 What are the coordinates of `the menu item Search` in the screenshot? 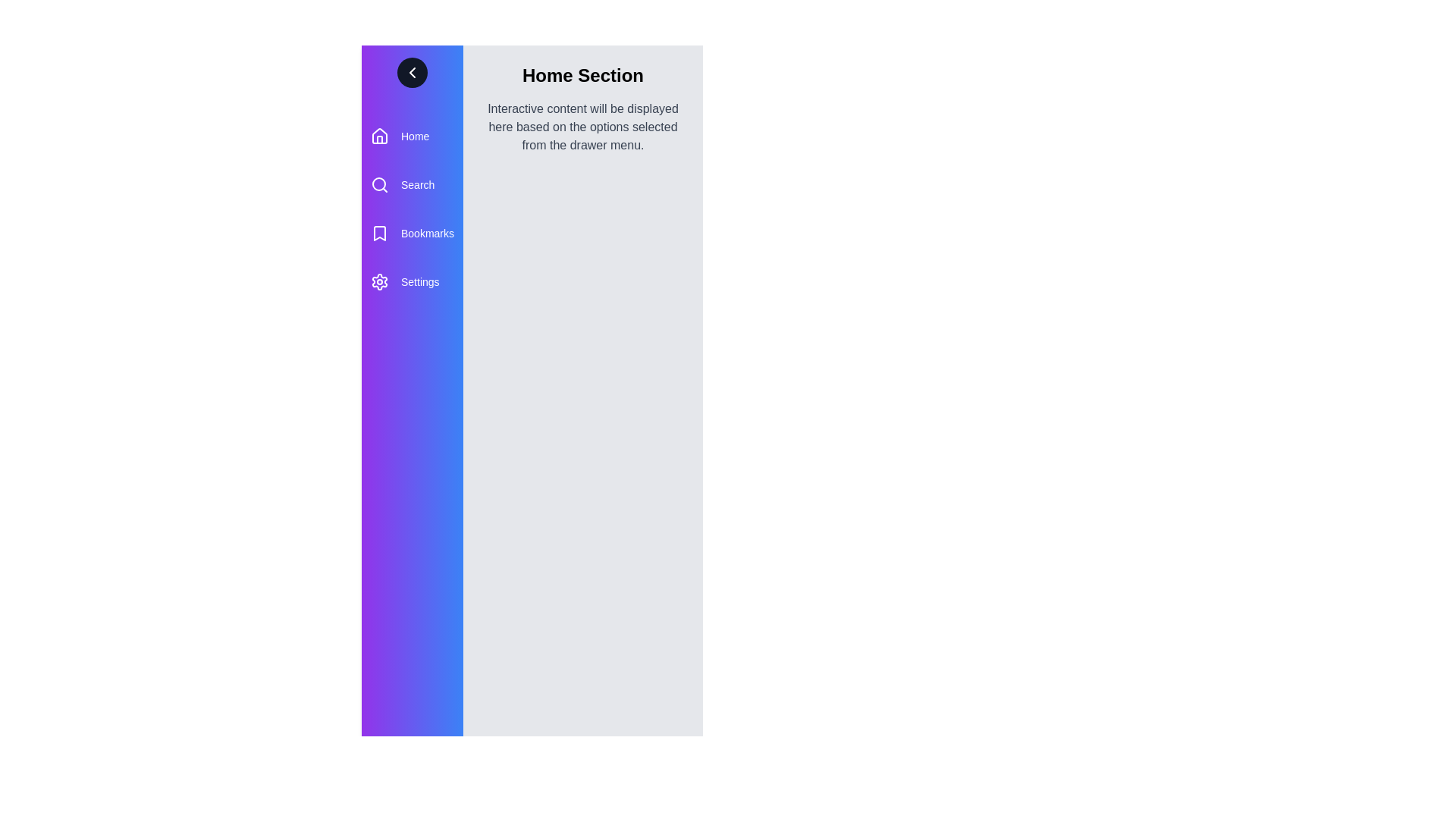 It's located at (412, 184).